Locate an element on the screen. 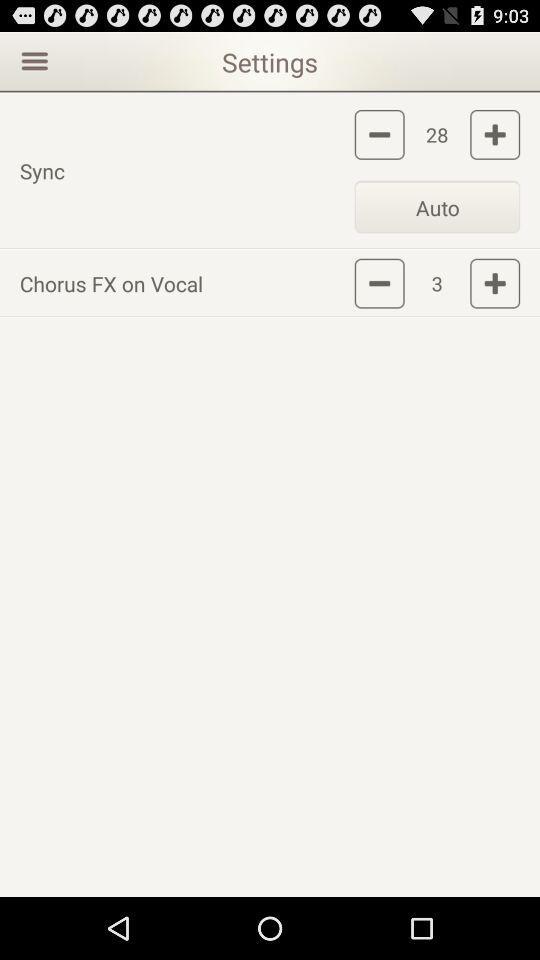 The width and height of the screenshot is (540, 960). decrease the chorus fx on vocal option is located at coordinates (379, 282).